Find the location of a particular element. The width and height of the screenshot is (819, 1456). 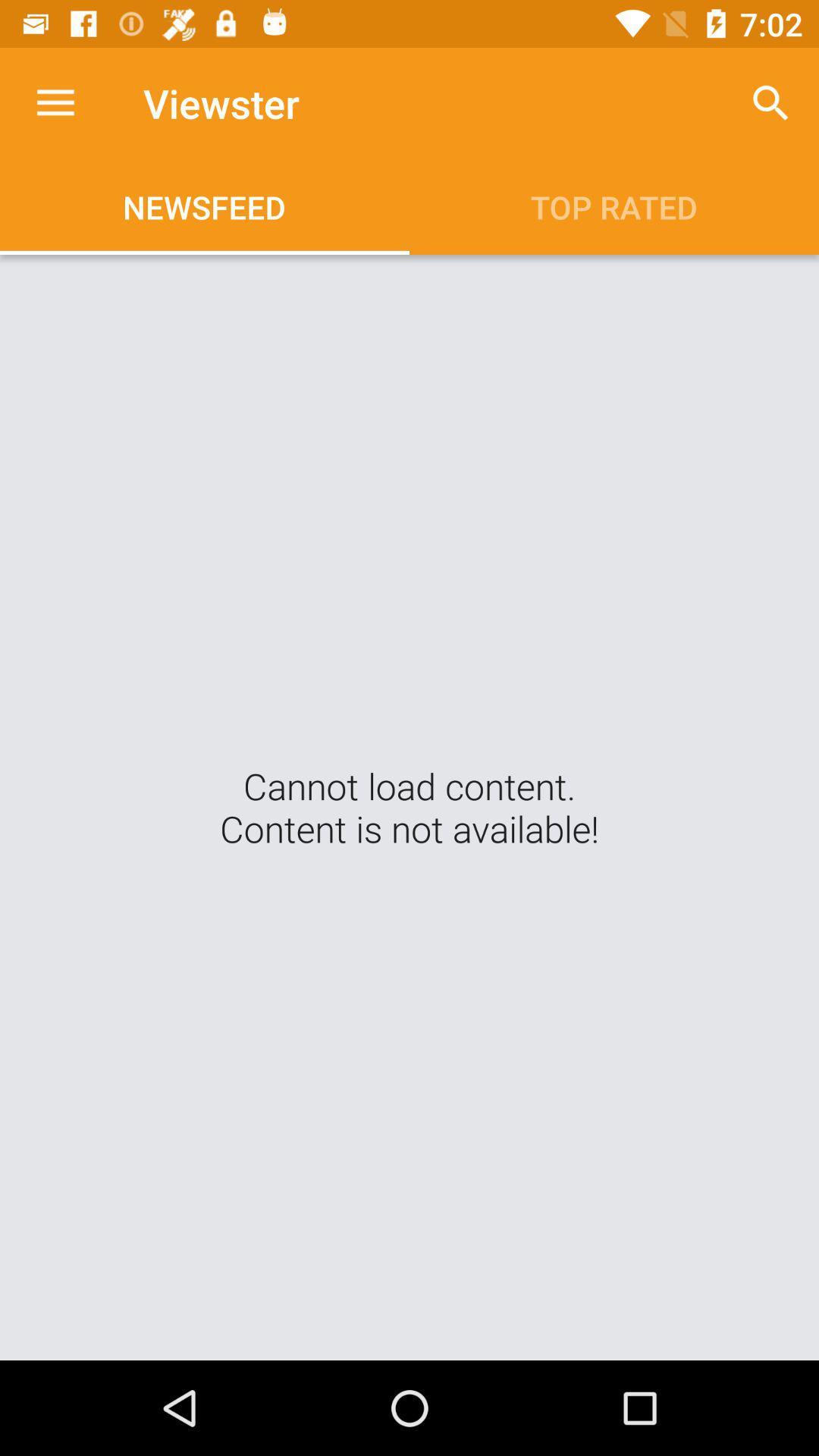

the app next to viewster app is located at coordinates (55, 102).